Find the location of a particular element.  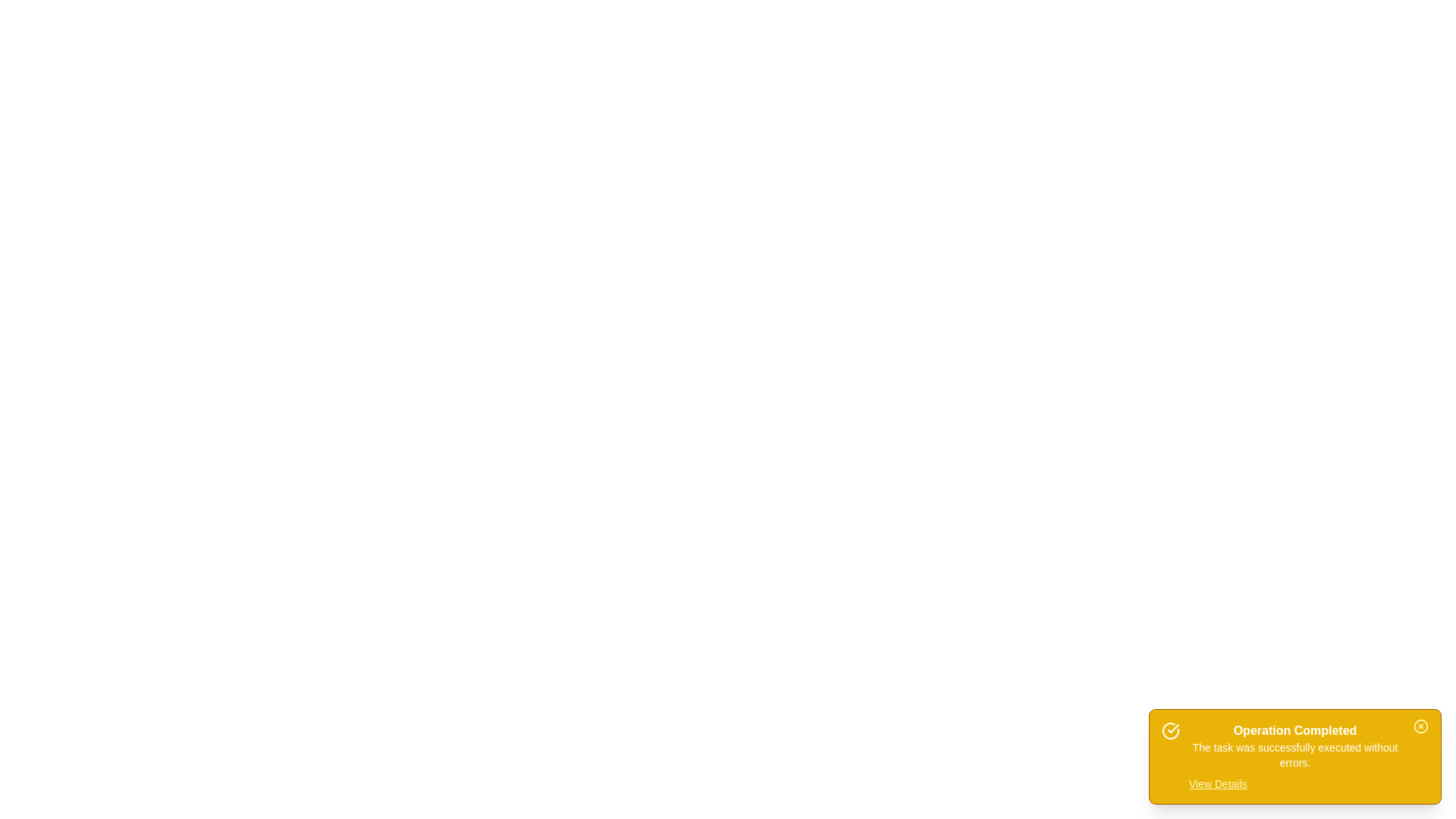

the 'View Details' link to trigger the details alert is located at coordinates (1218, 783).